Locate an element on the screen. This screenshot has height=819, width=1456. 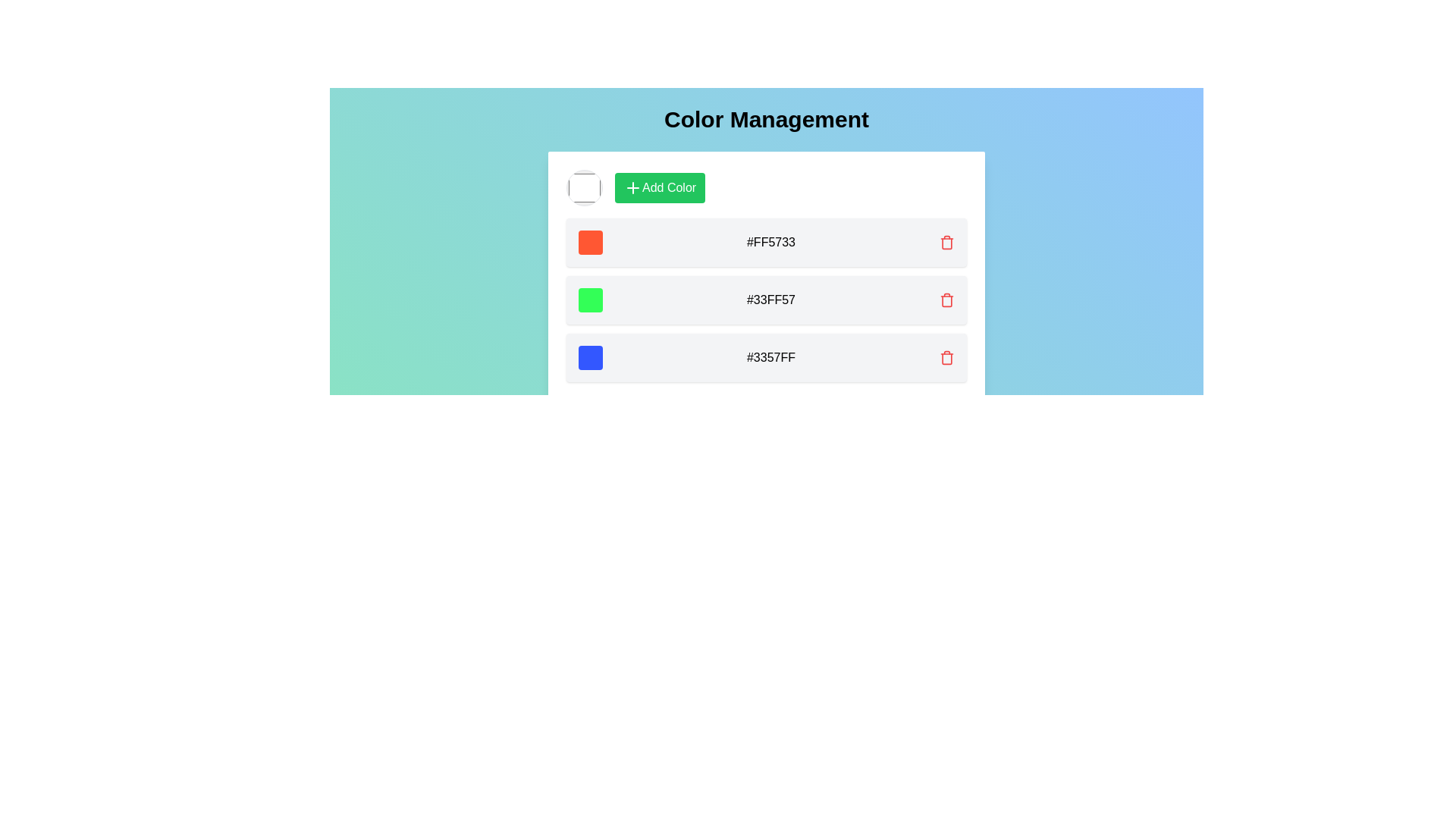
the button used to initiate the addition of a new color, which is located in the top horizontal section of the card interface is located at coordinates (660, 187).